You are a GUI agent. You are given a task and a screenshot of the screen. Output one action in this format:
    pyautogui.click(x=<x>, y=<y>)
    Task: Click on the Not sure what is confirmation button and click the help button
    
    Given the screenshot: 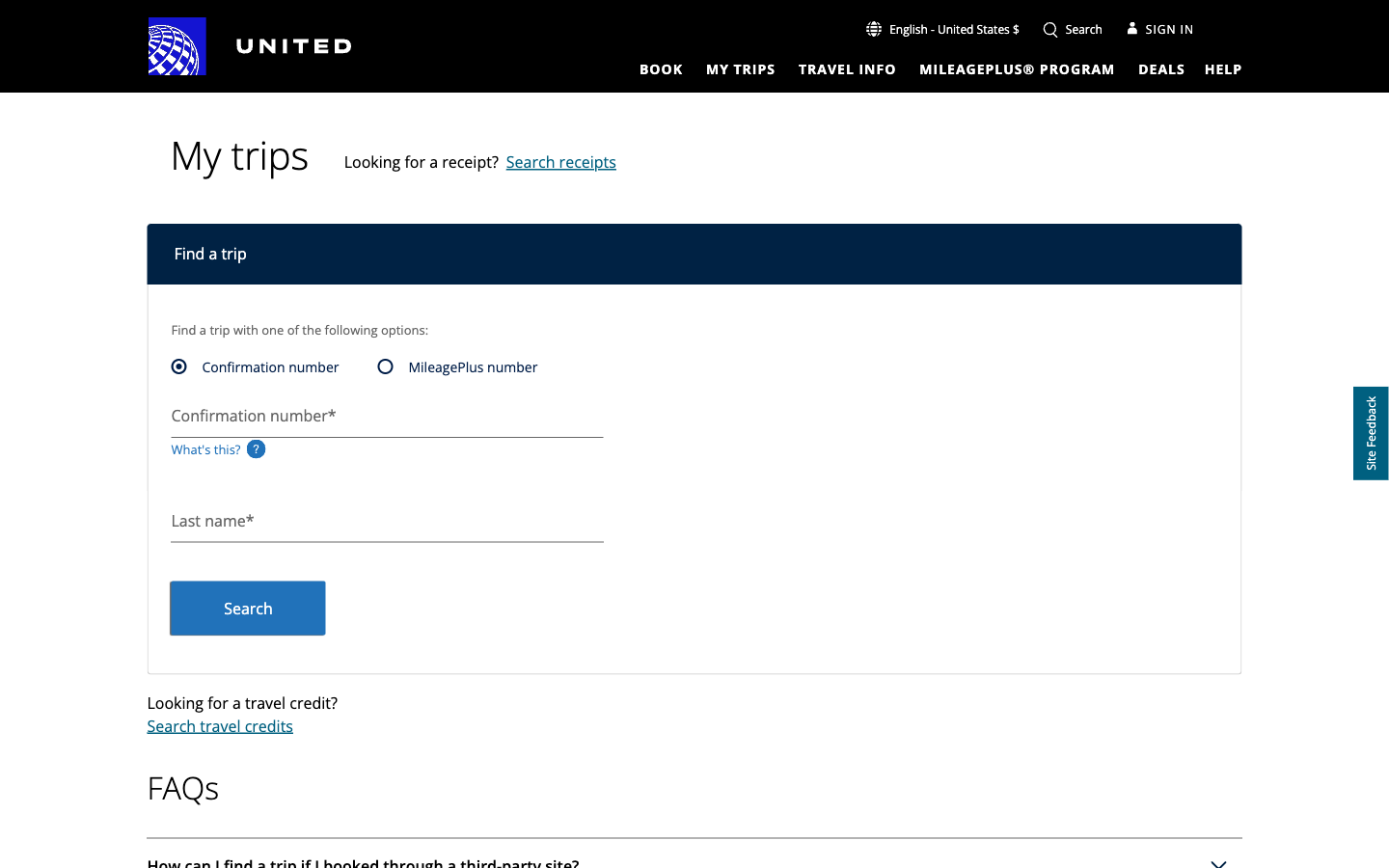 What is the action you would take?
    pyautogui.click(x=1223, y=68)
    